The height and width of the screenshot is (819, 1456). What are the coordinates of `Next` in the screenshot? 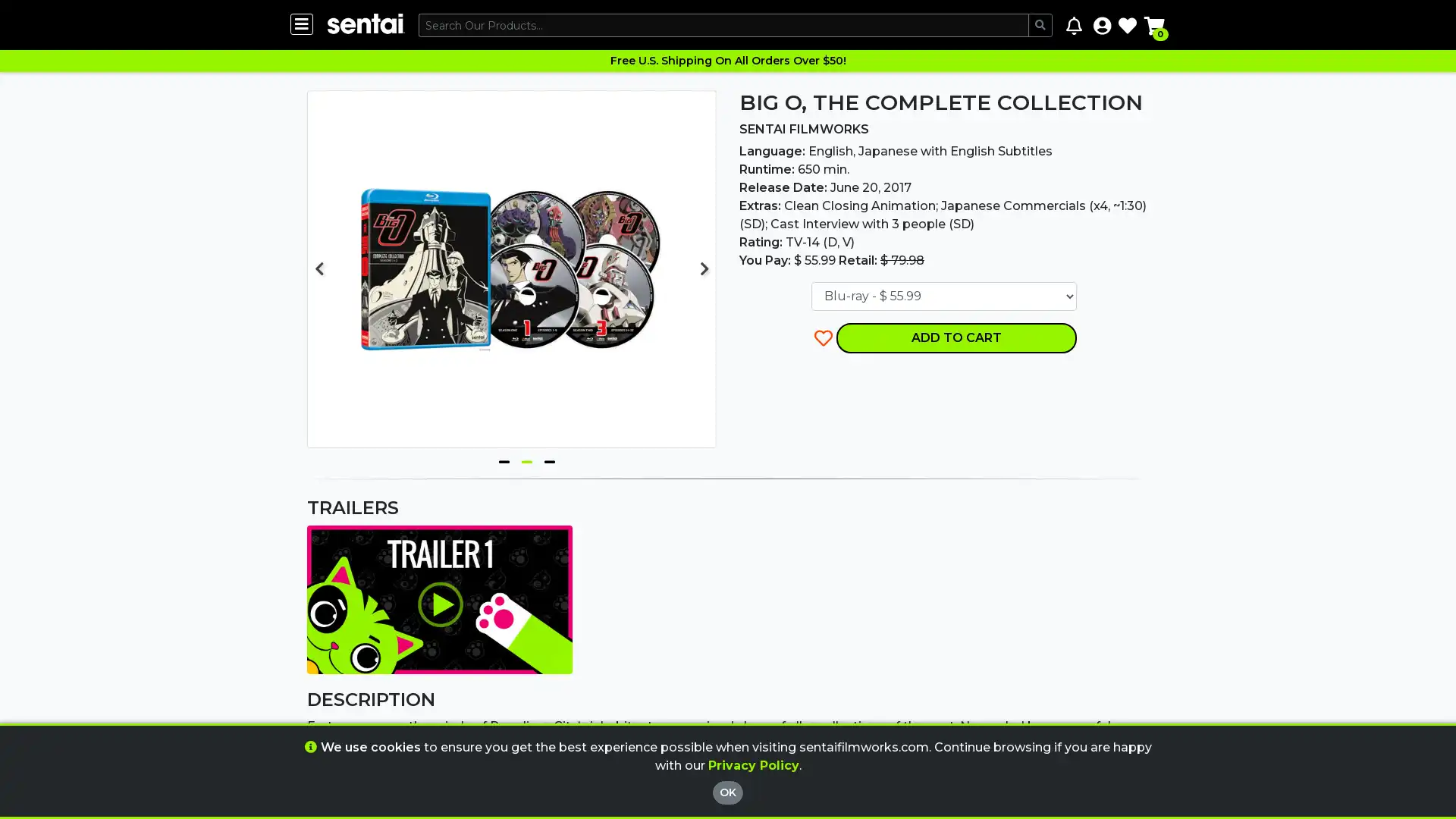 It's located at (704, 268).